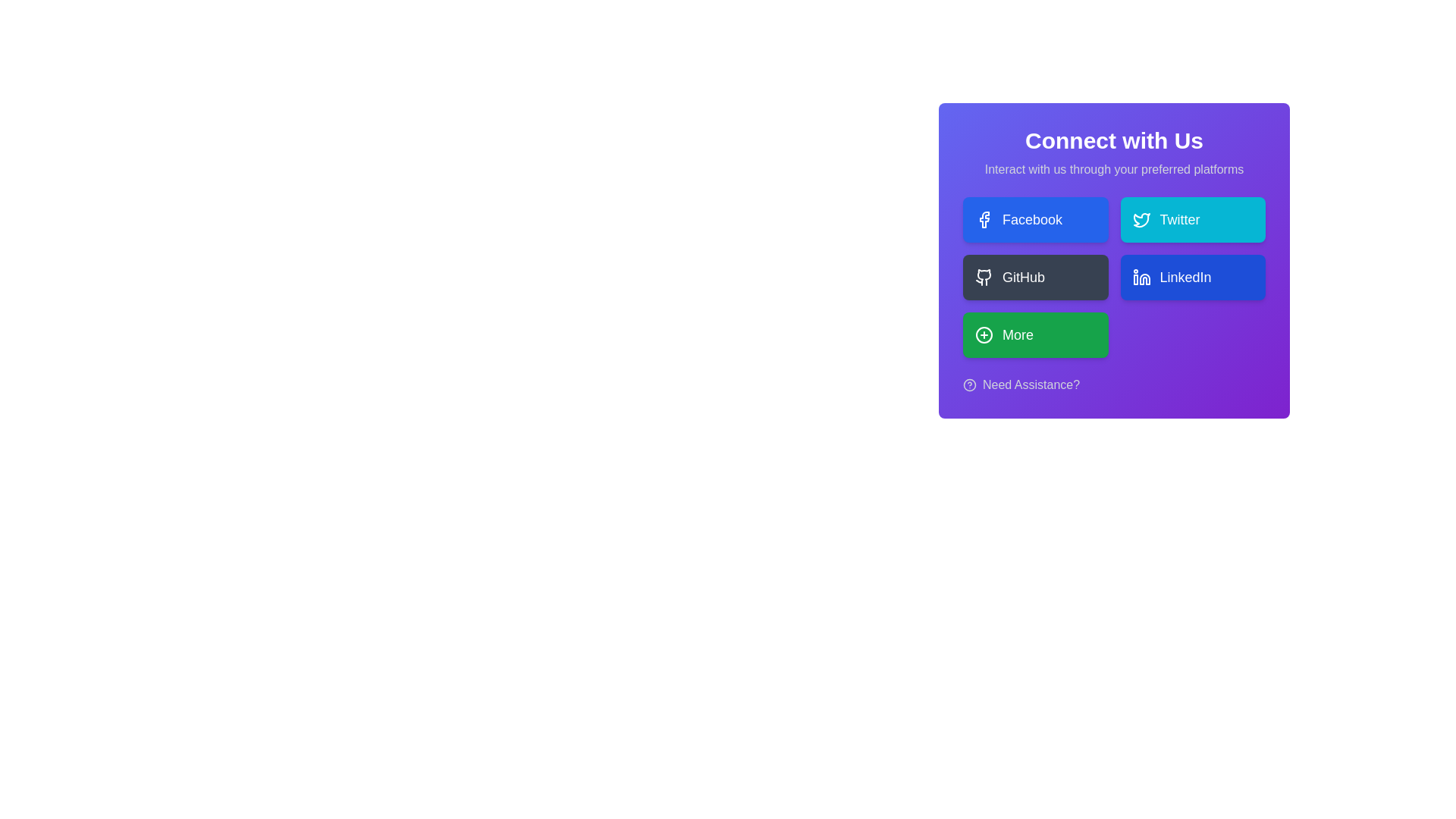  I want to click on the blue bird-shaped Twitter icon located within the 'Twitter' button in the 'Connect with Us' section, so click(1141, 220).